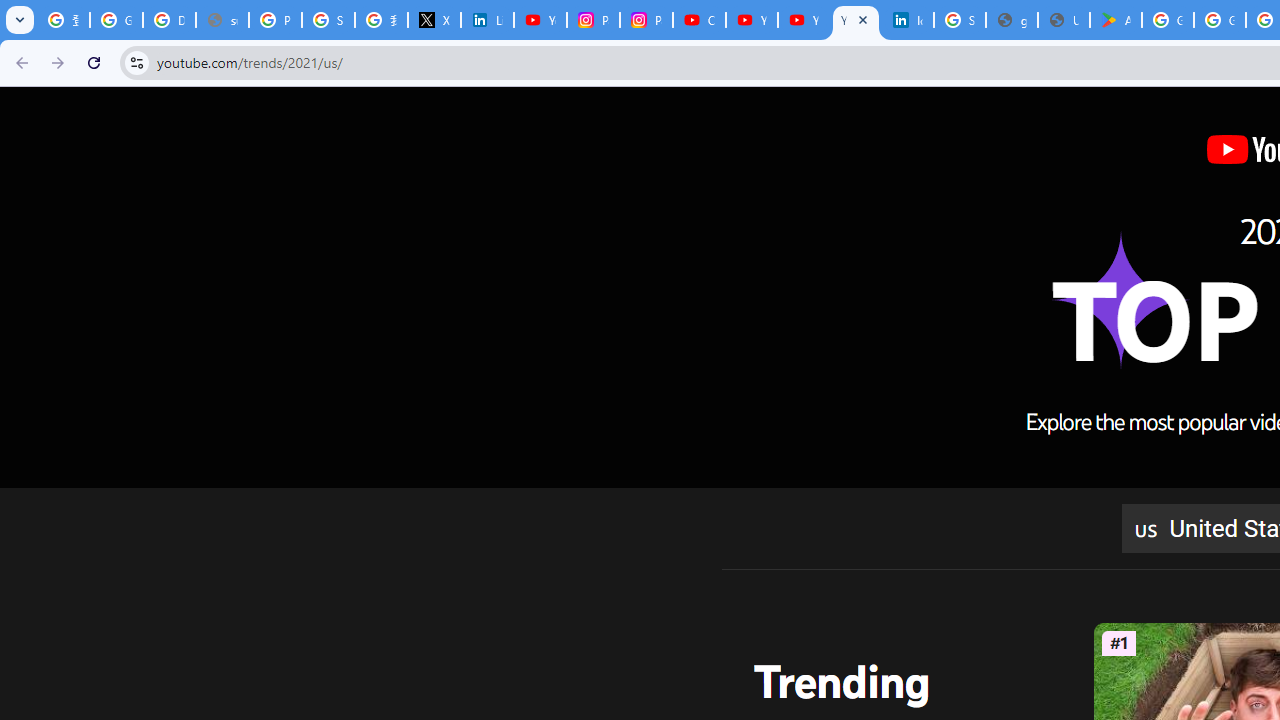 The width and height of the screenshot is (1280, 720). I want to click on 'YouTube Culture & Trends - YouTube Top 10, 2021', so click(803, 20).